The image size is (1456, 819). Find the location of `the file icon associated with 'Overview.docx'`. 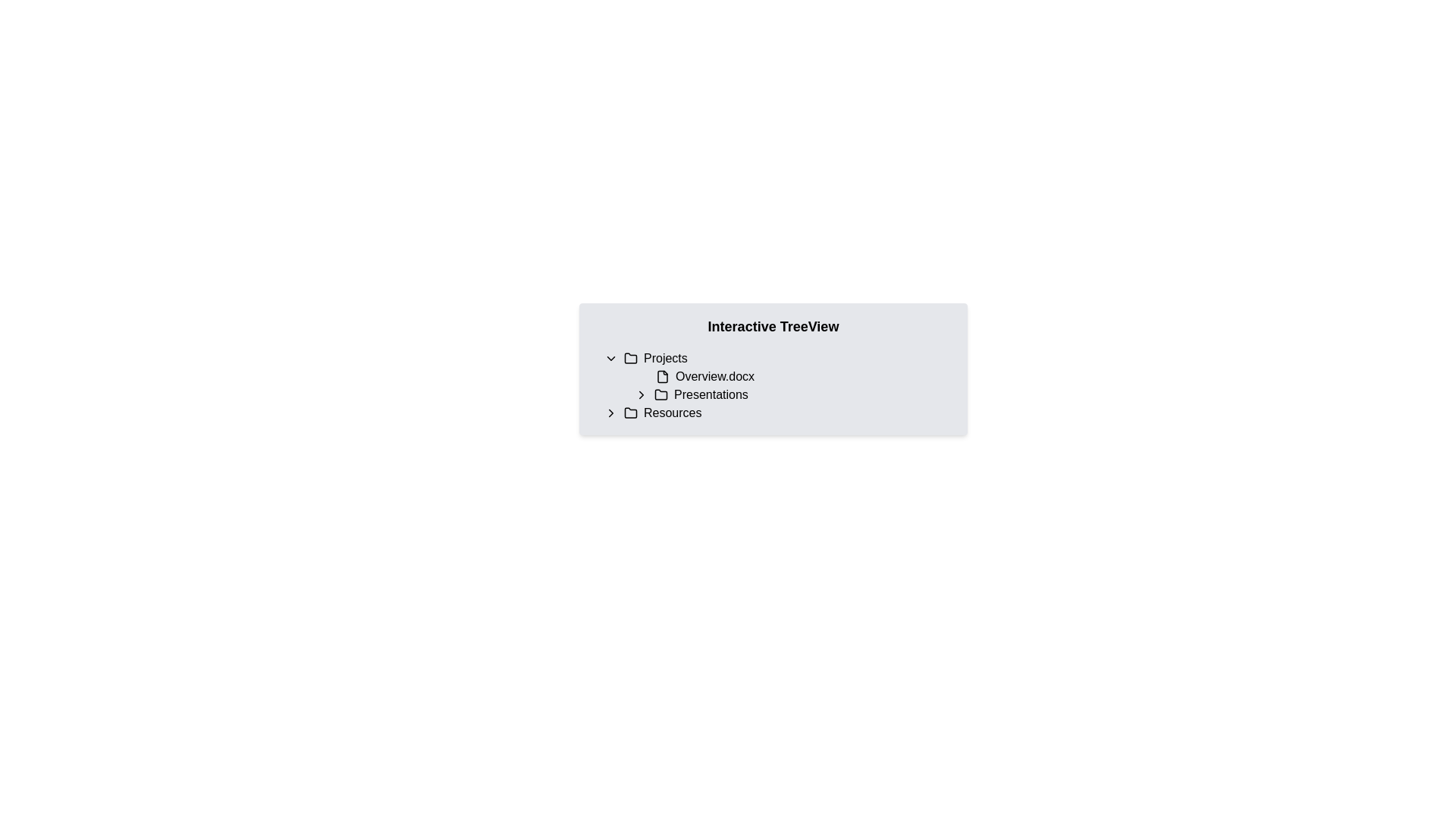

the file icon associated with 'Overview.docx' is located at coordinates (662, 376).